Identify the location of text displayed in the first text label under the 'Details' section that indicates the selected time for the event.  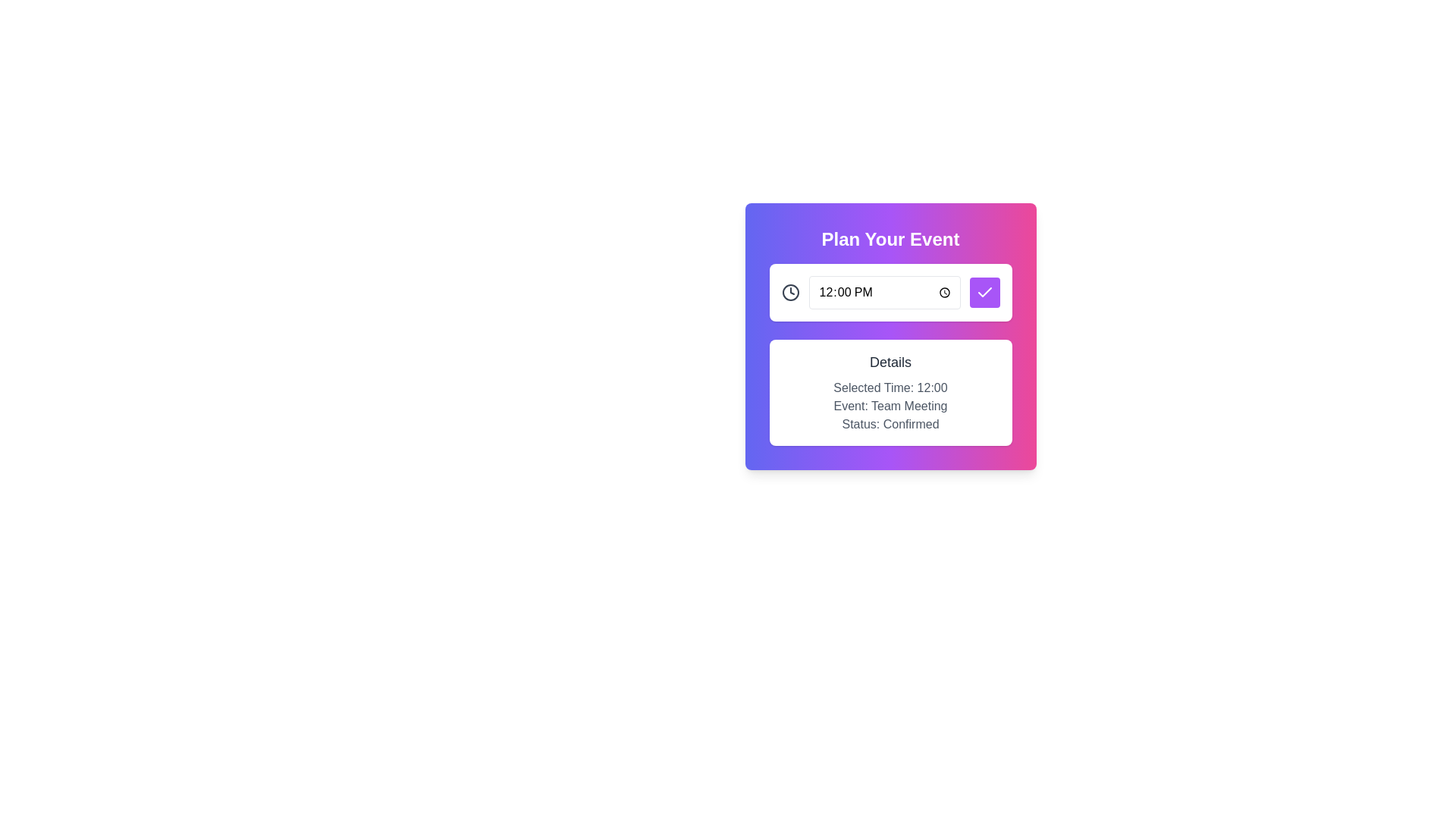
(890, 388).